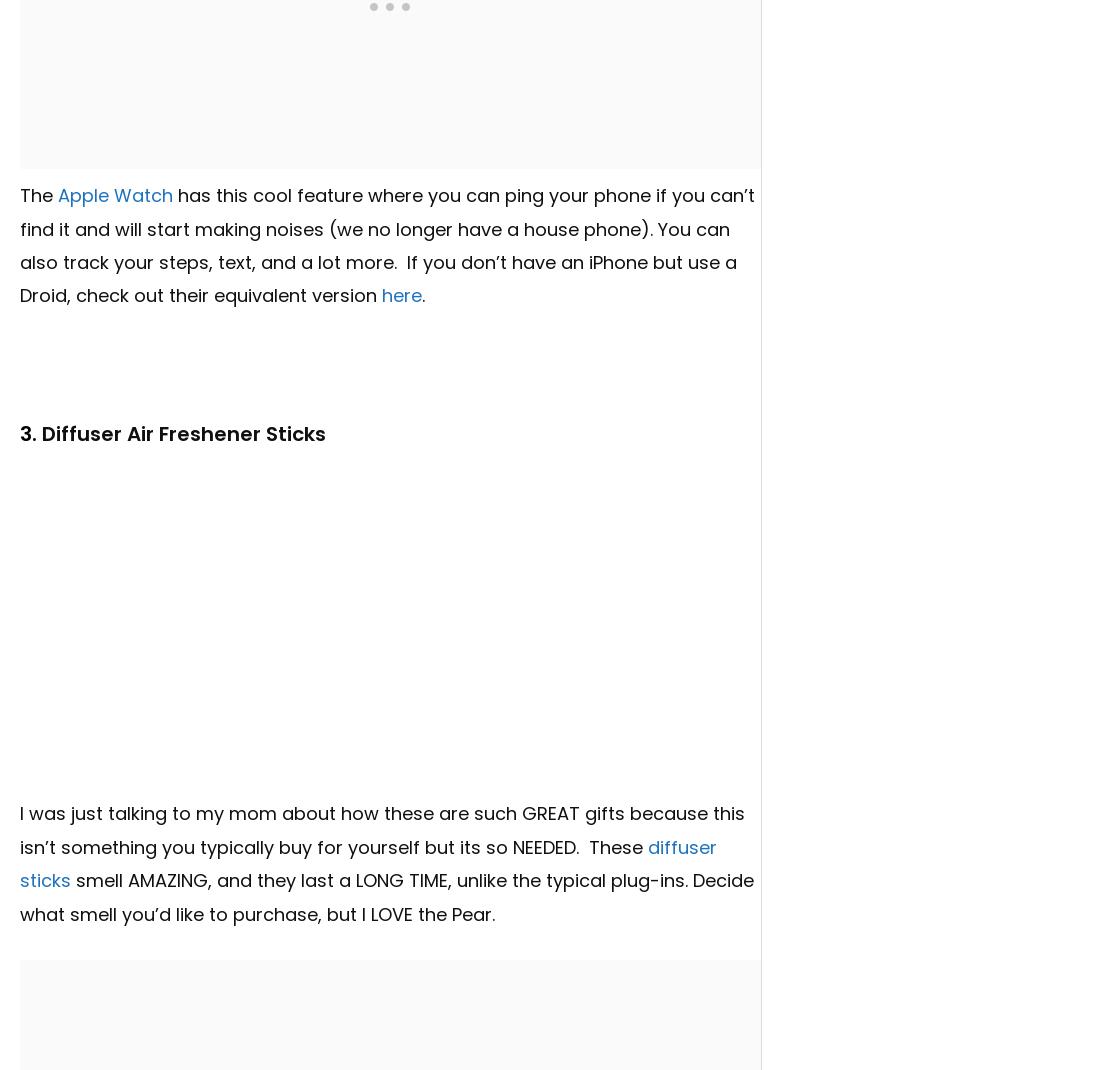 The height and width of the screenshot is (1070, 1100). What do you see at coordinates (183, 432) in the screenshot?
I see `'Diffuser Air Freshener Sticks'` at bounding box center [183, 432].